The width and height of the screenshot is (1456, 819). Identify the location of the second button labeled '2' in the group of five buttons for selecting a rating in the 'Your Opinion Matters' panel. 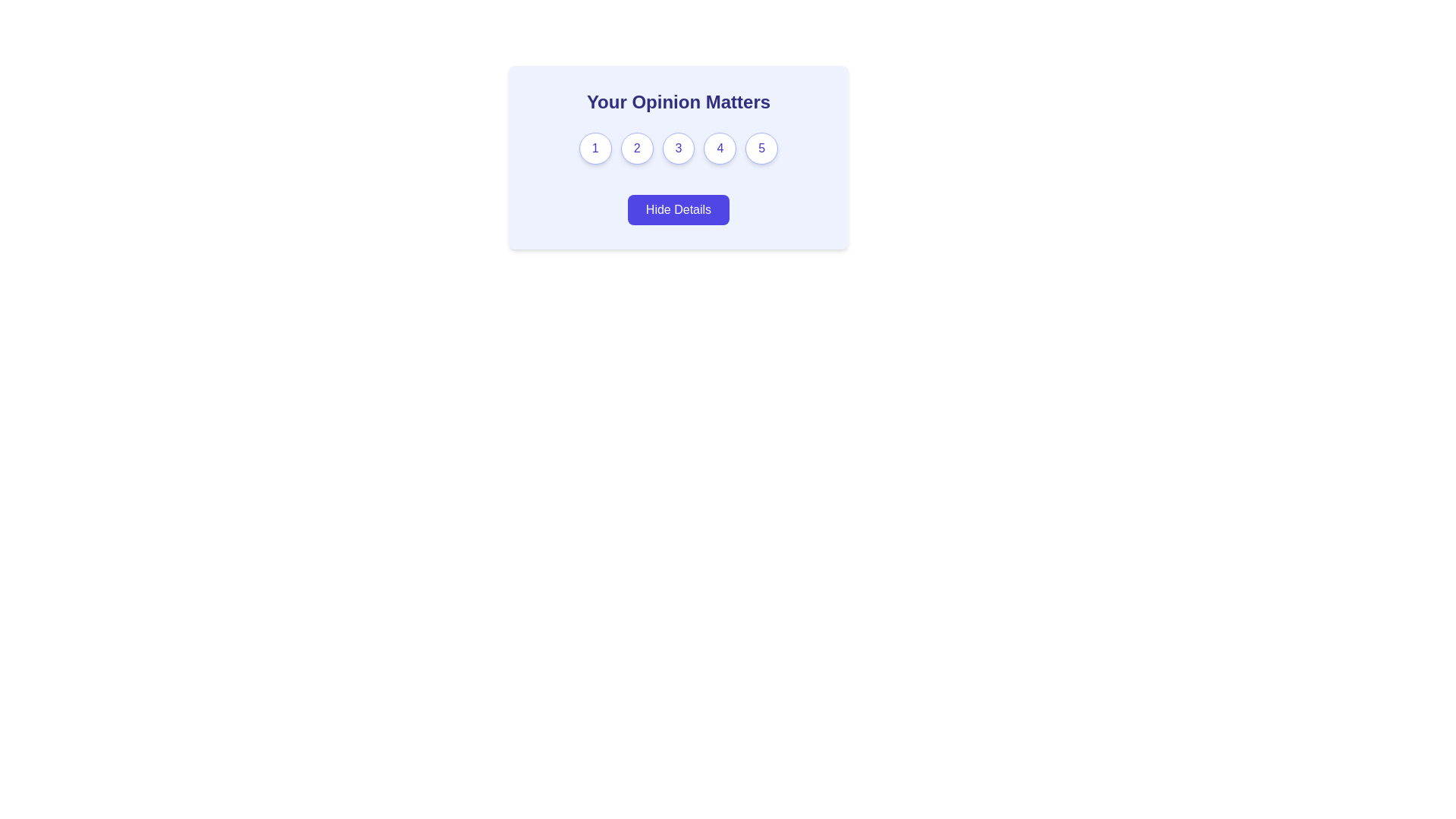
(637, 149).